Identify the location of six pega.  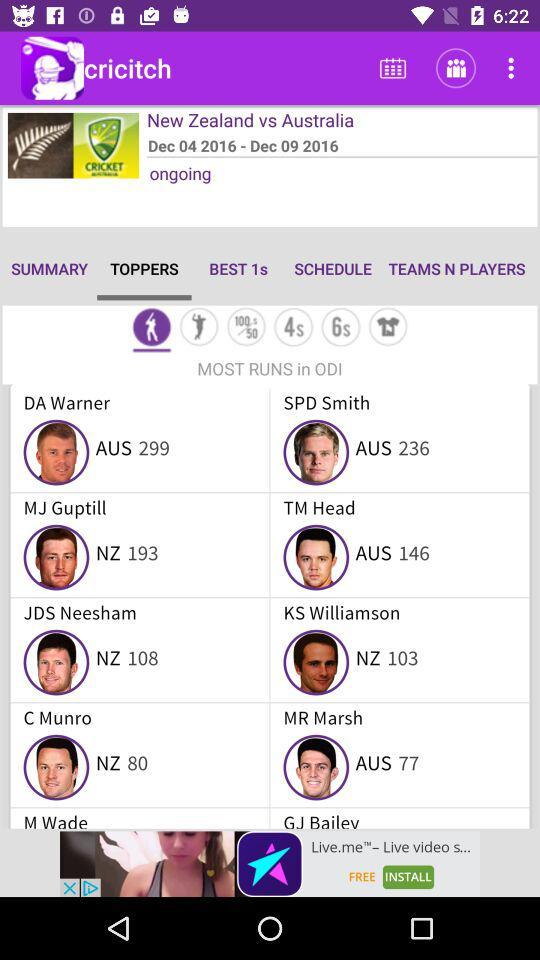
(339, 329).